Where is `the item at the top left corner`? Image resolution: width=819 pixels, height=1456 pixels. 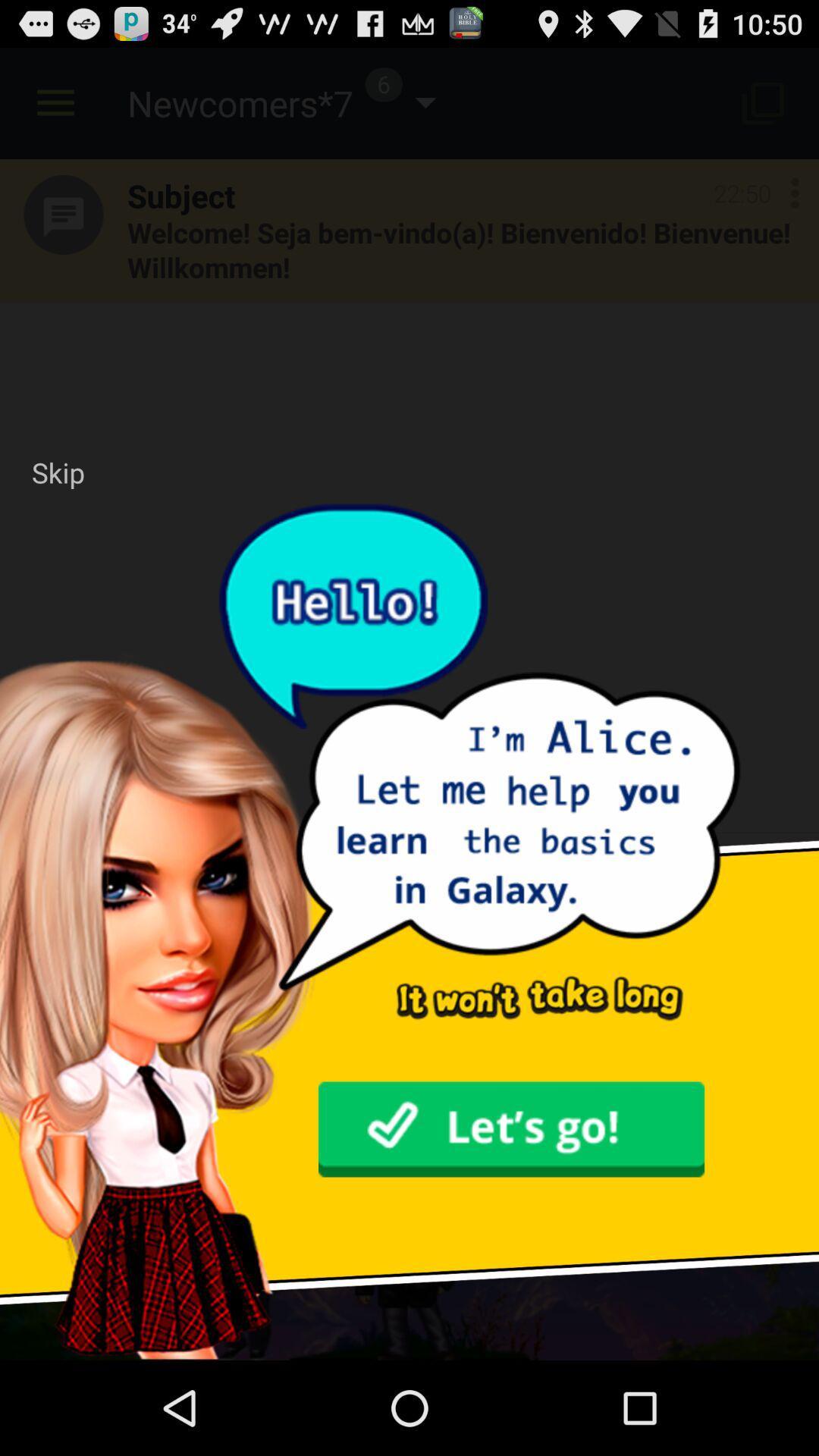
the item at the top left corner is located at coordinates (57, 472).